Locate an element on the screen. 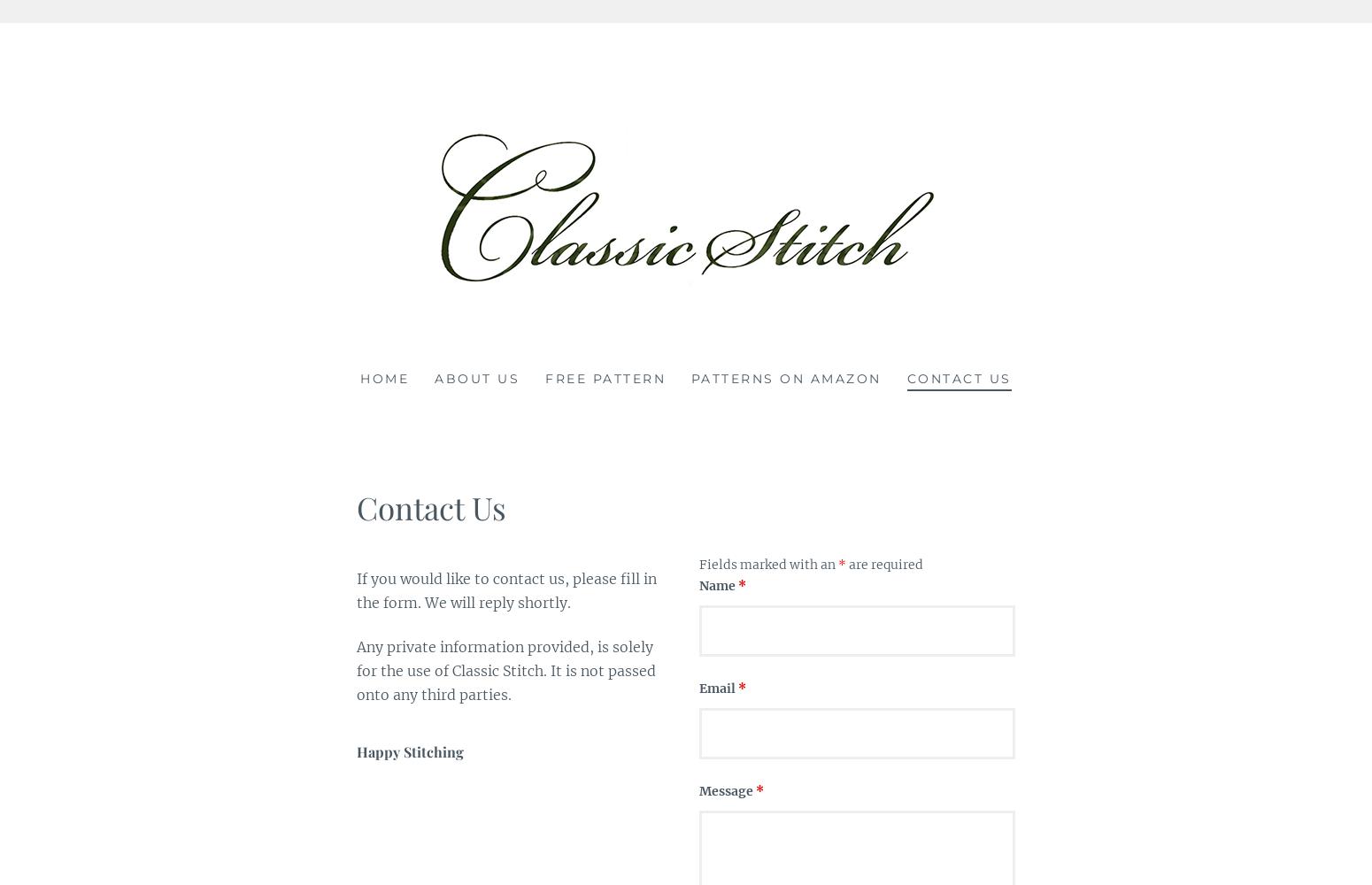  'About Us' is located at coordinates (475, 378).